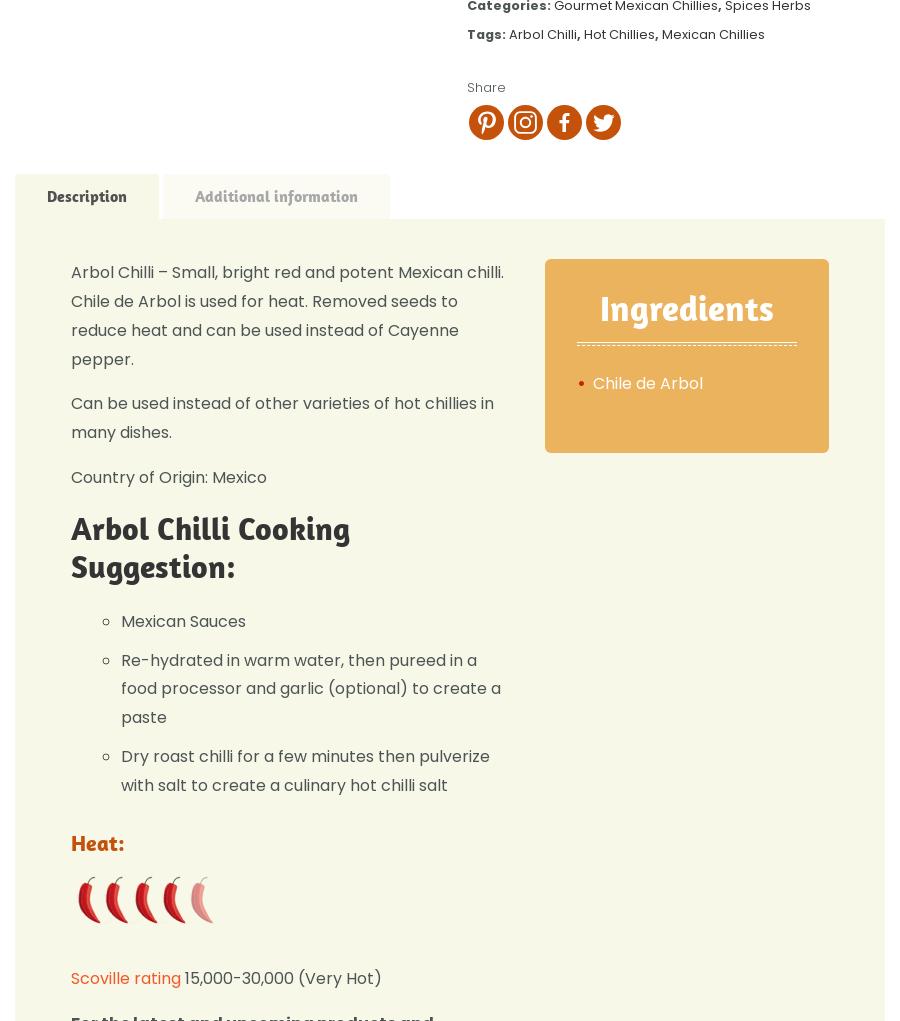 This screenshot has width=900, height=1021. Describe the element at coordinates (662, 32) in the screenshot. I see `'Mexican Chillies'` at that location.